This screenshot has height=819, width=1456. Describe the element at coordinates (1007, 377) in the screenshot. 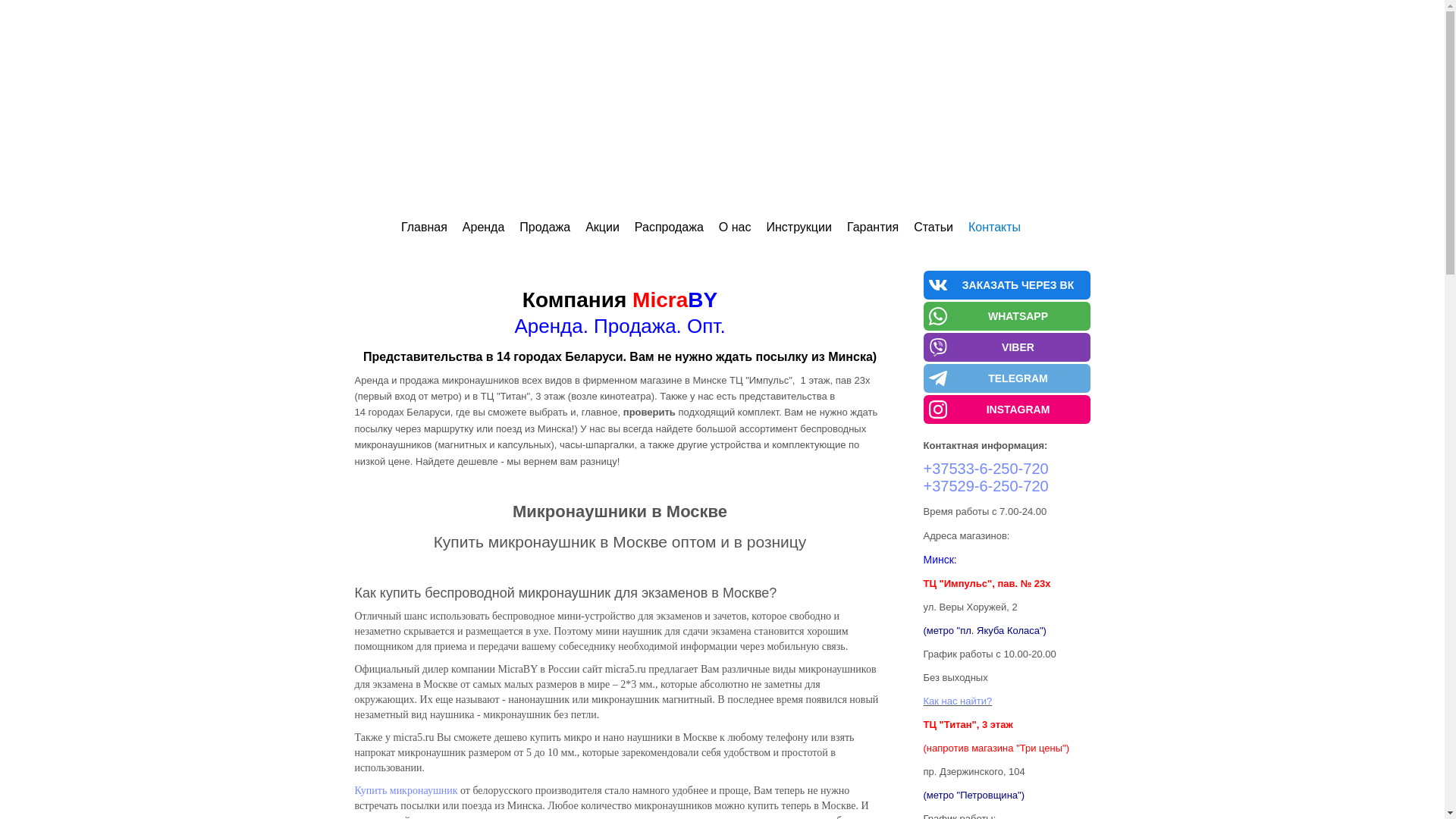

I see `'TELEGRAM'` at that location.